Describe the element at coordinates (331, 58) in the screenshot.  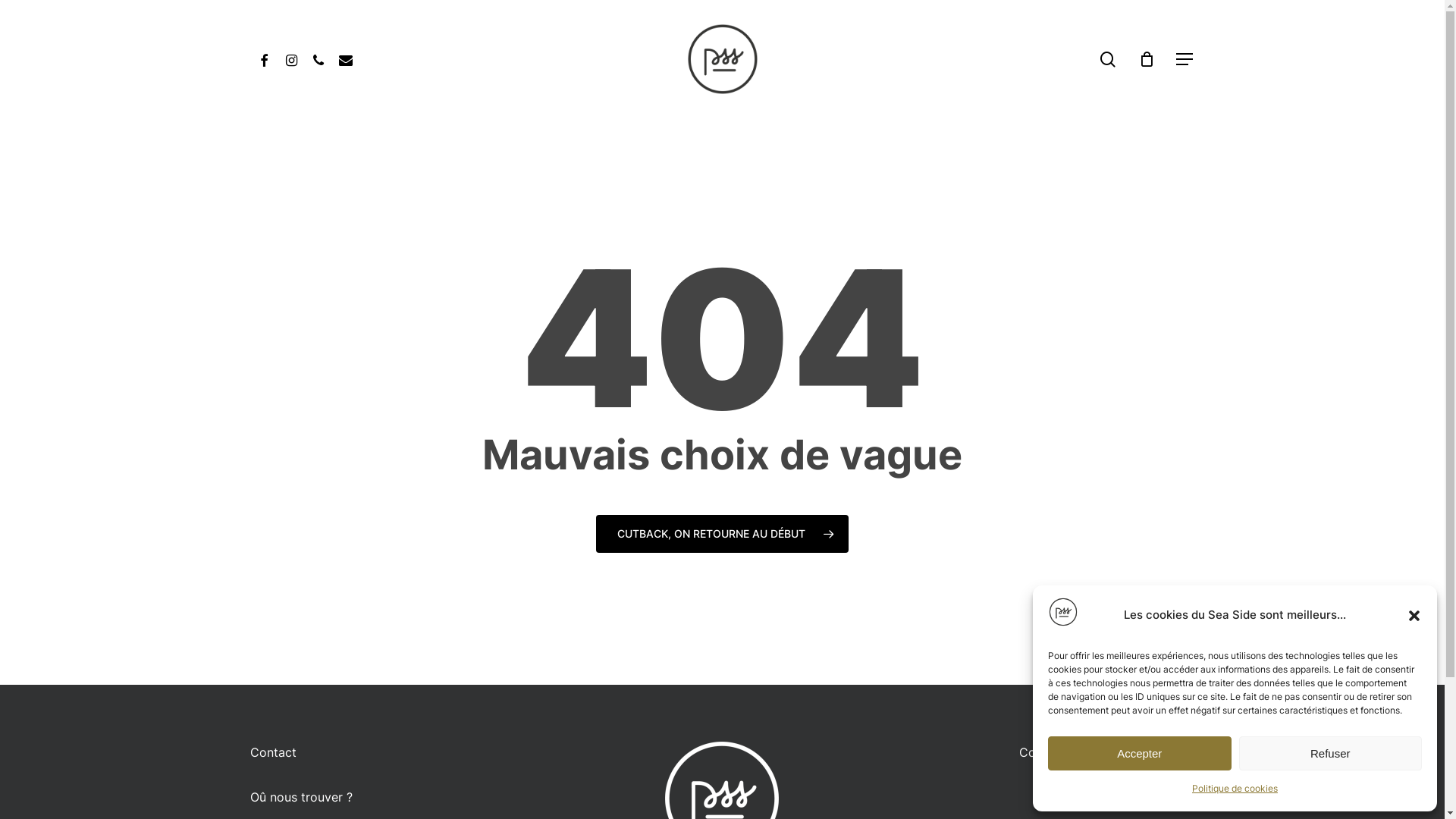
I see `'email'` at that location.